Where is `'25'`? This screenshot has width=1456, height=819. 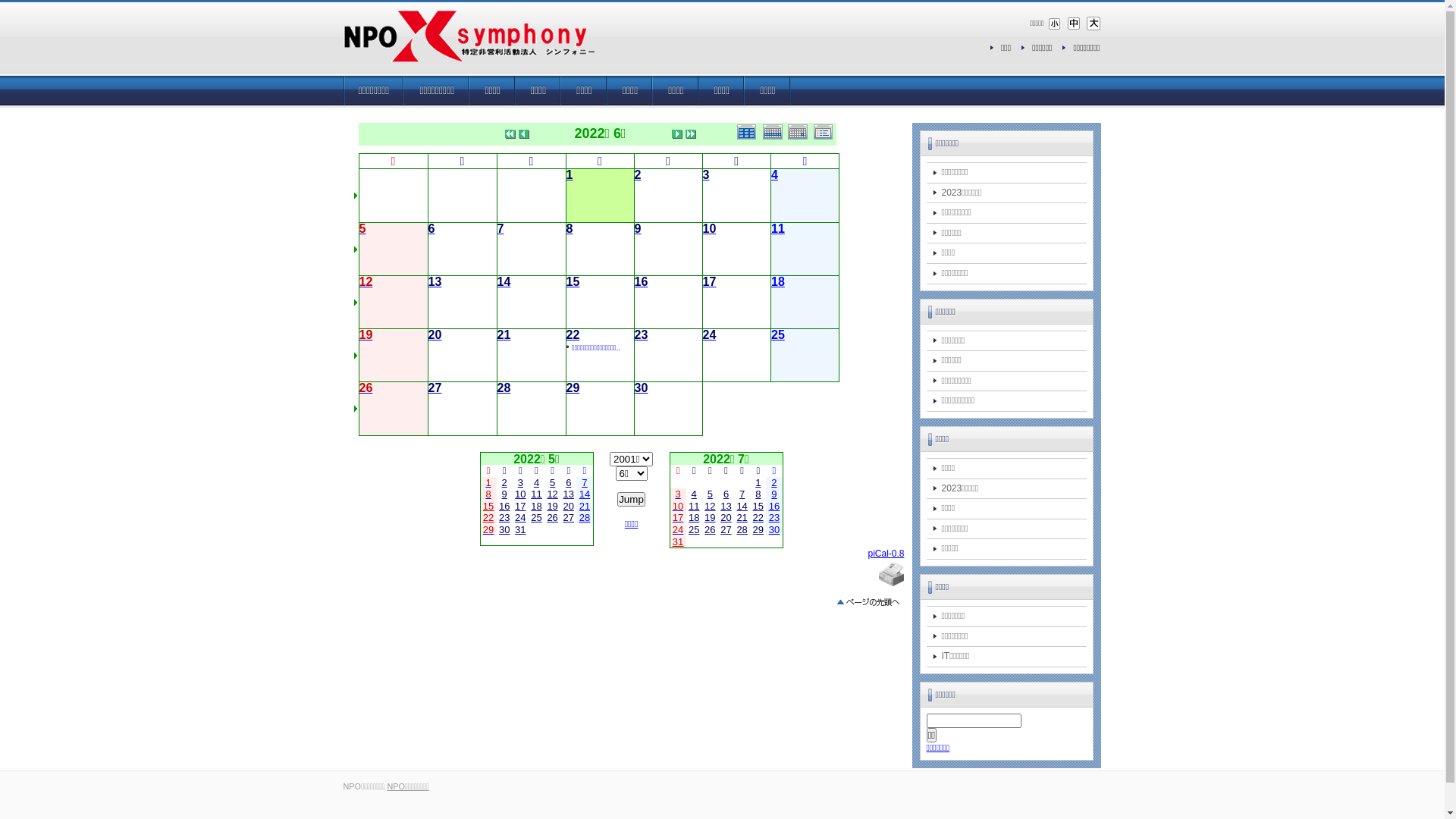 '25' is located at coordinates (778, 335).